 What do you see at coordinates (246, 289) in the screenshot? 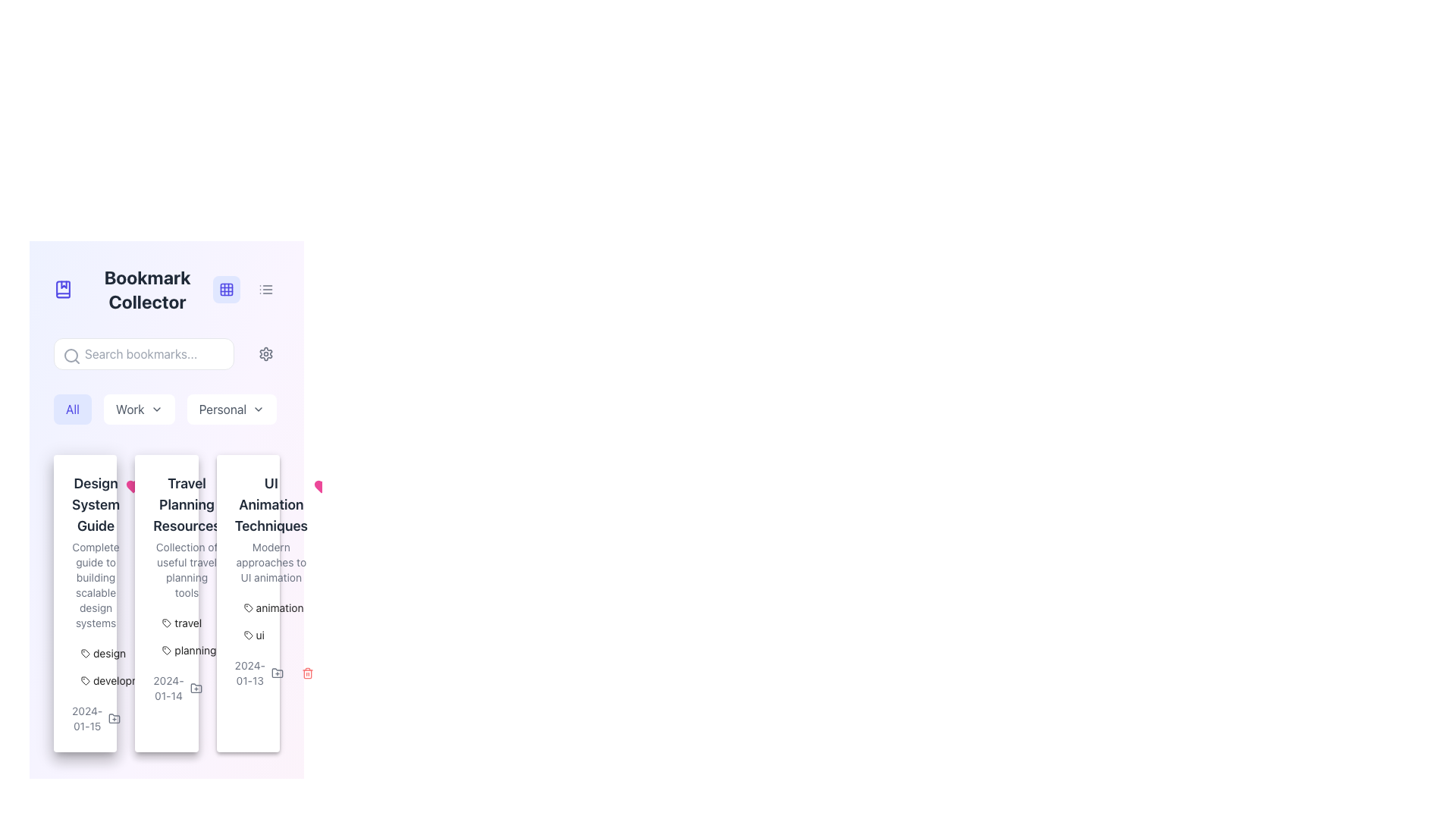
I see `the multi-functional control group containing interactive icons located in the top-right corner of the 'Bookmark Collector' interface to observe the hover effects of the grid and list view icons` at bounding box center [246, 289].